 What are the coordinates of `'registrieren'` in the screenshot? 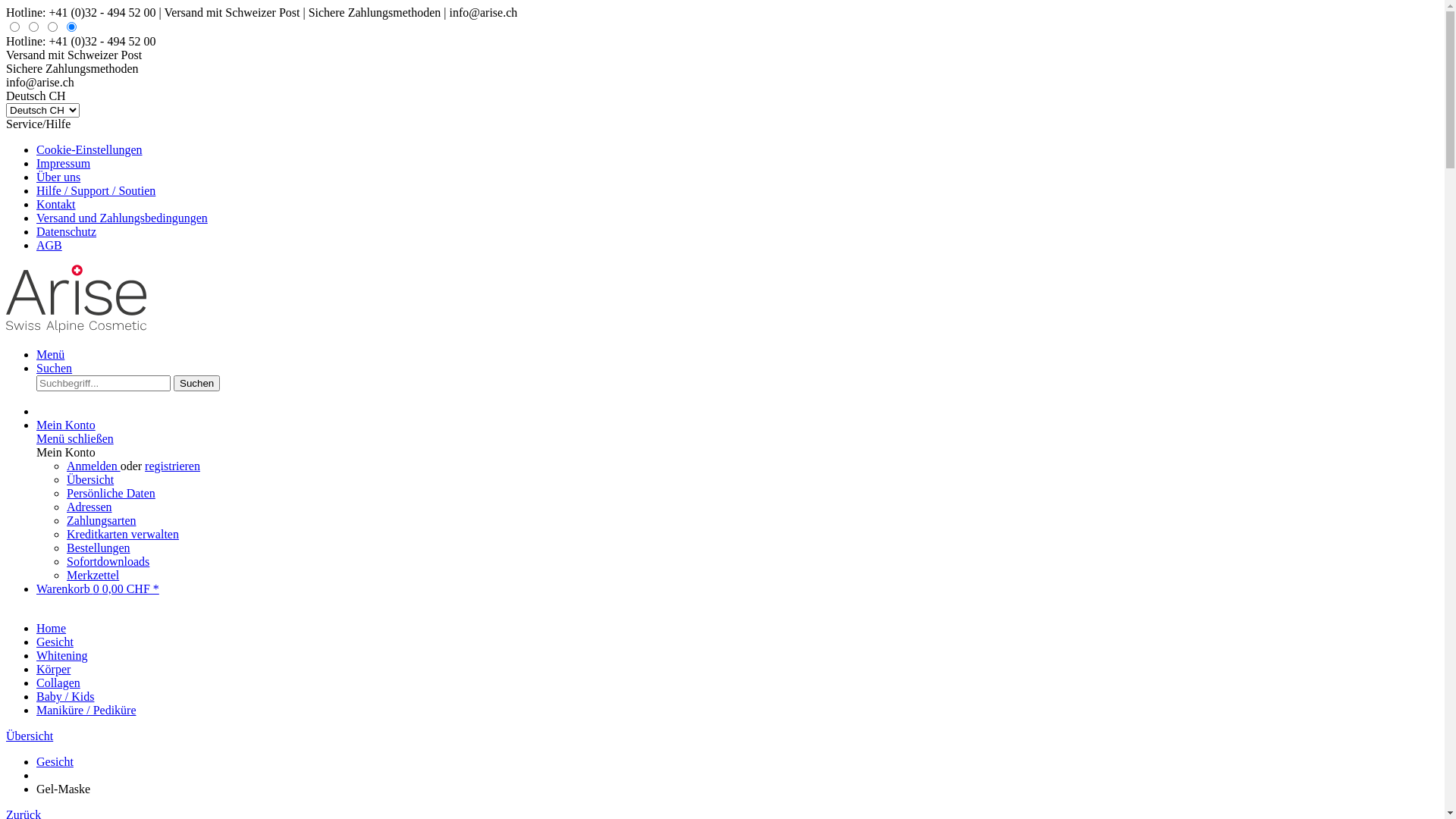 It's located at (172, 465).